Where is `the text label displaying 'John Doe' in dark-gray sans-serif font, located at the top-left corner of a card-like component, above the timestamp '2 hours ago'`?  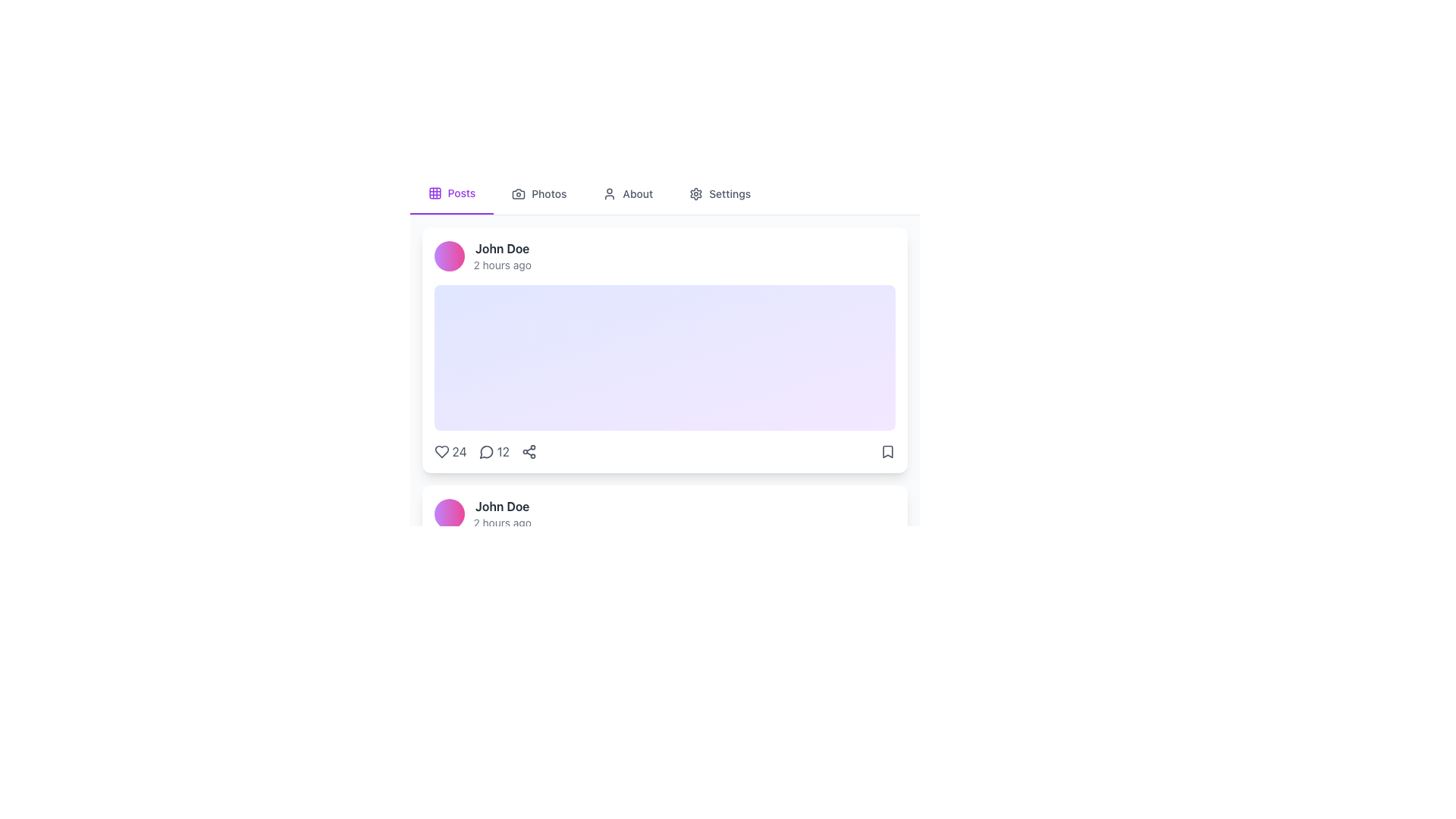
the text label displaying 'John Doe' in dark-gray sans-serif font, located at the top-left corner of a card-like component, above the timestamp '2 hours ago' is located at coordinates (502, 247).